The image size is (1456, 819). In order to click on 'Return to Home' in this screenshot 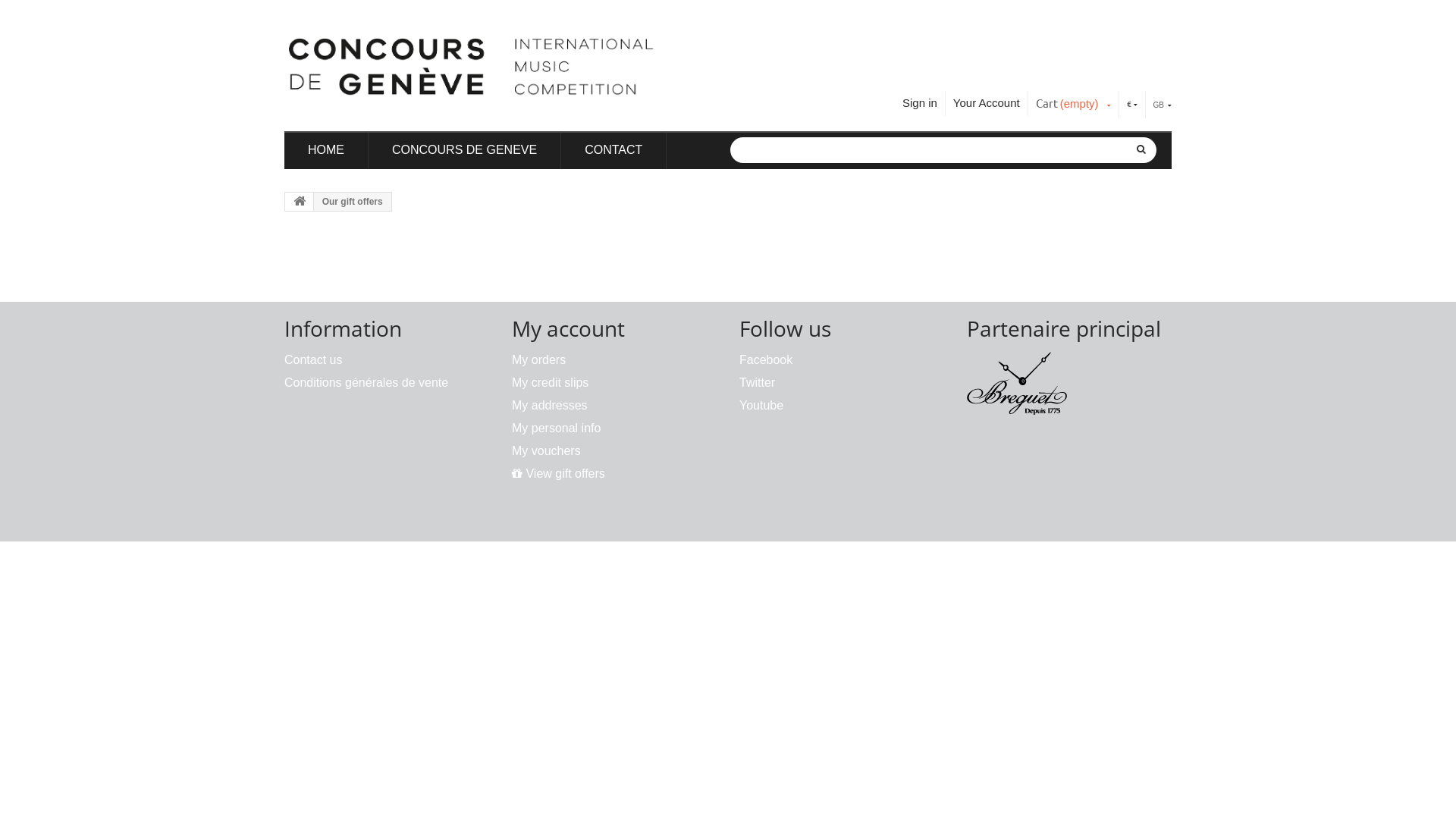, I will do `click(299, 201)`.